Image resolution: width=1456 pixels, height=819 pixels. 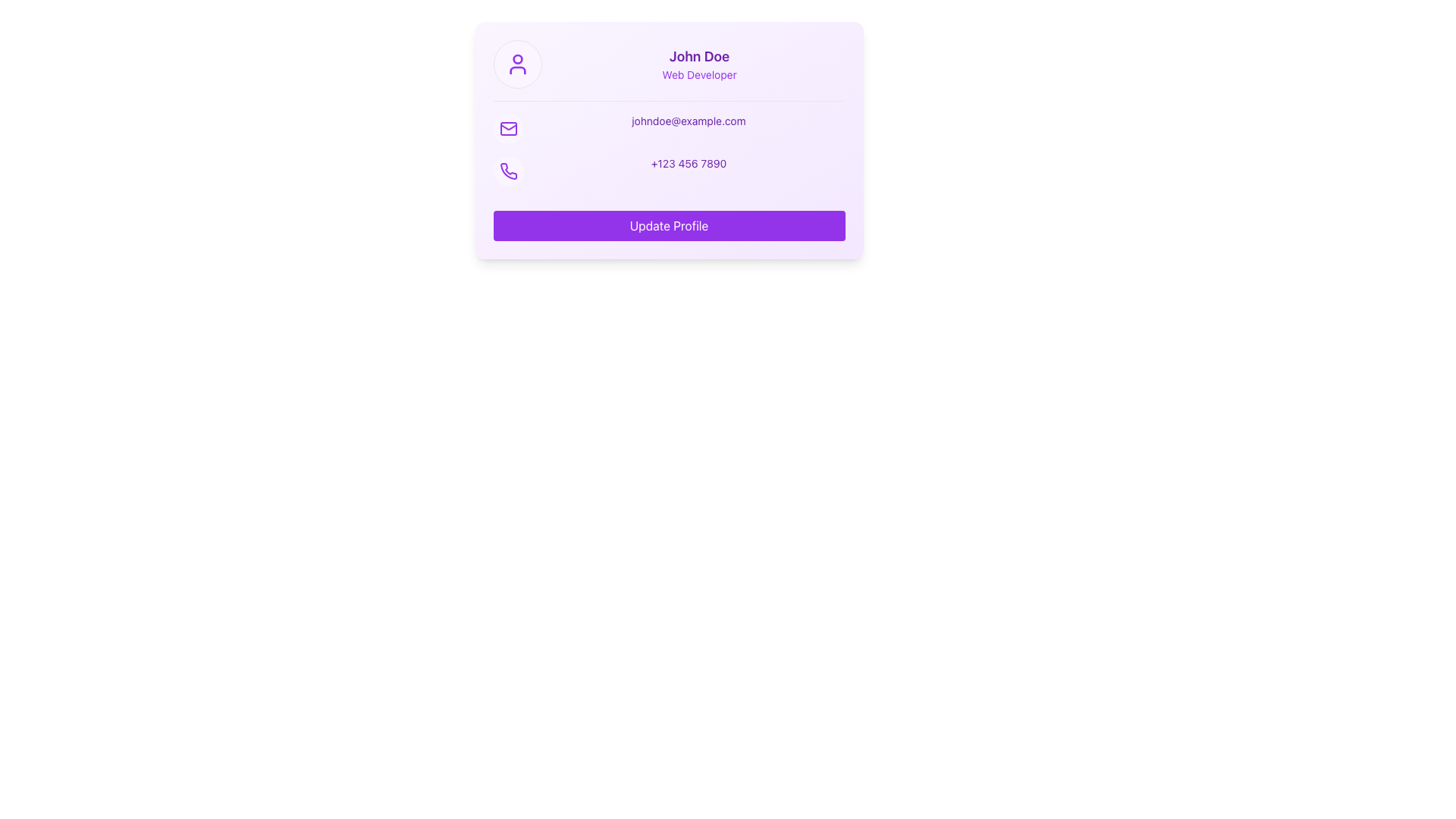 What do you see at coordinates (508, 171) in the screenshot?
I see `the purple phone icon located in the contact information section of the profile card` at bounding box center [508, 171].